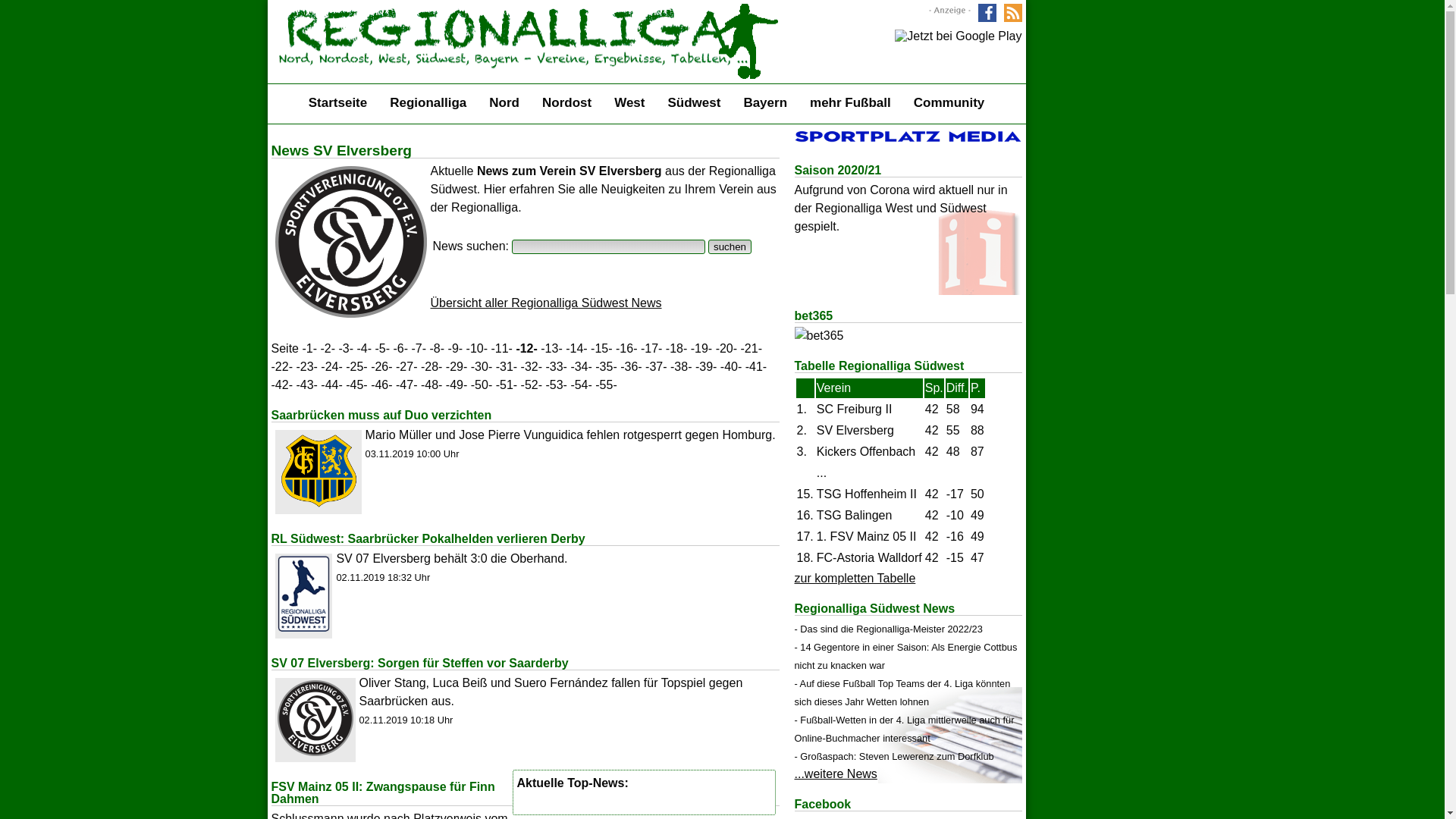 This screenshot has width=1456, height=819. I want to click on '-38-', so click(679, 366).